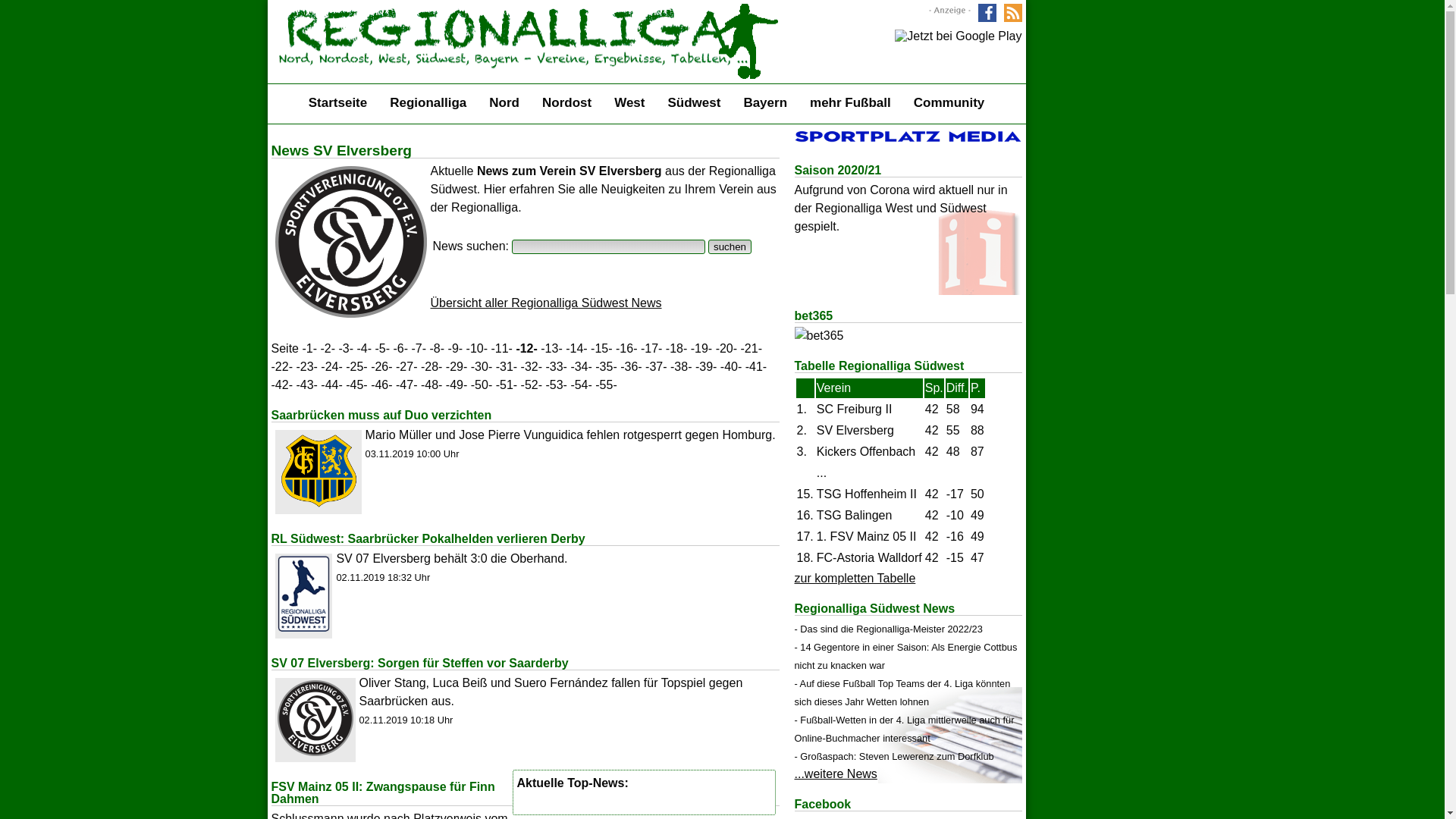 This screenshot has width=1456, height=819. I want to click on '-38-', so click(679, 366).